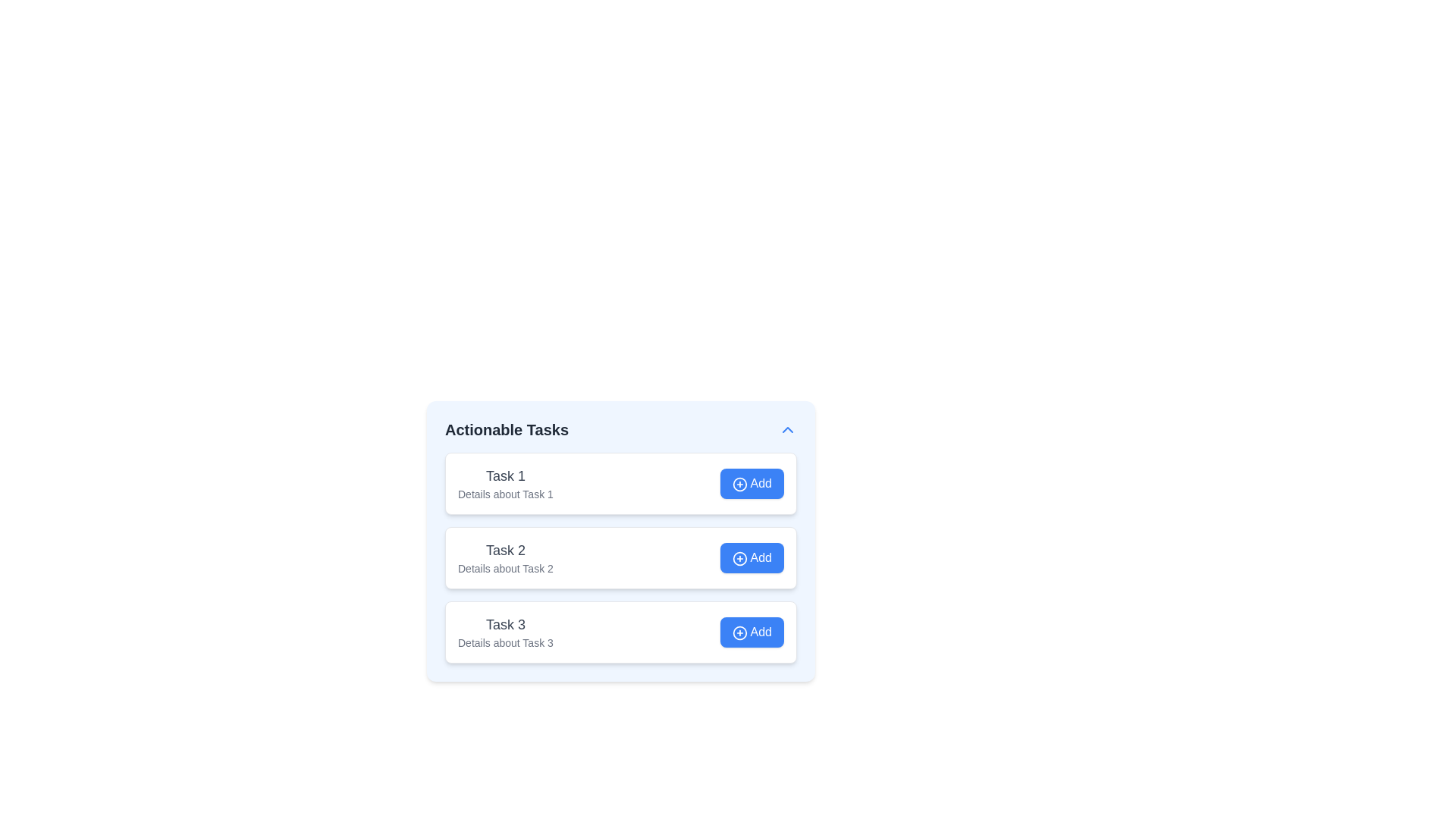 This screenshot has height=819, width=1456. What do you see at coordinates (505, 475) in the screenshot?
I see `the 'Task 1' text label displayed in bold, dark gray font located in the upper portion of the first task card under the 'Actionable Tasks' section` at bounding box center [505, 475].